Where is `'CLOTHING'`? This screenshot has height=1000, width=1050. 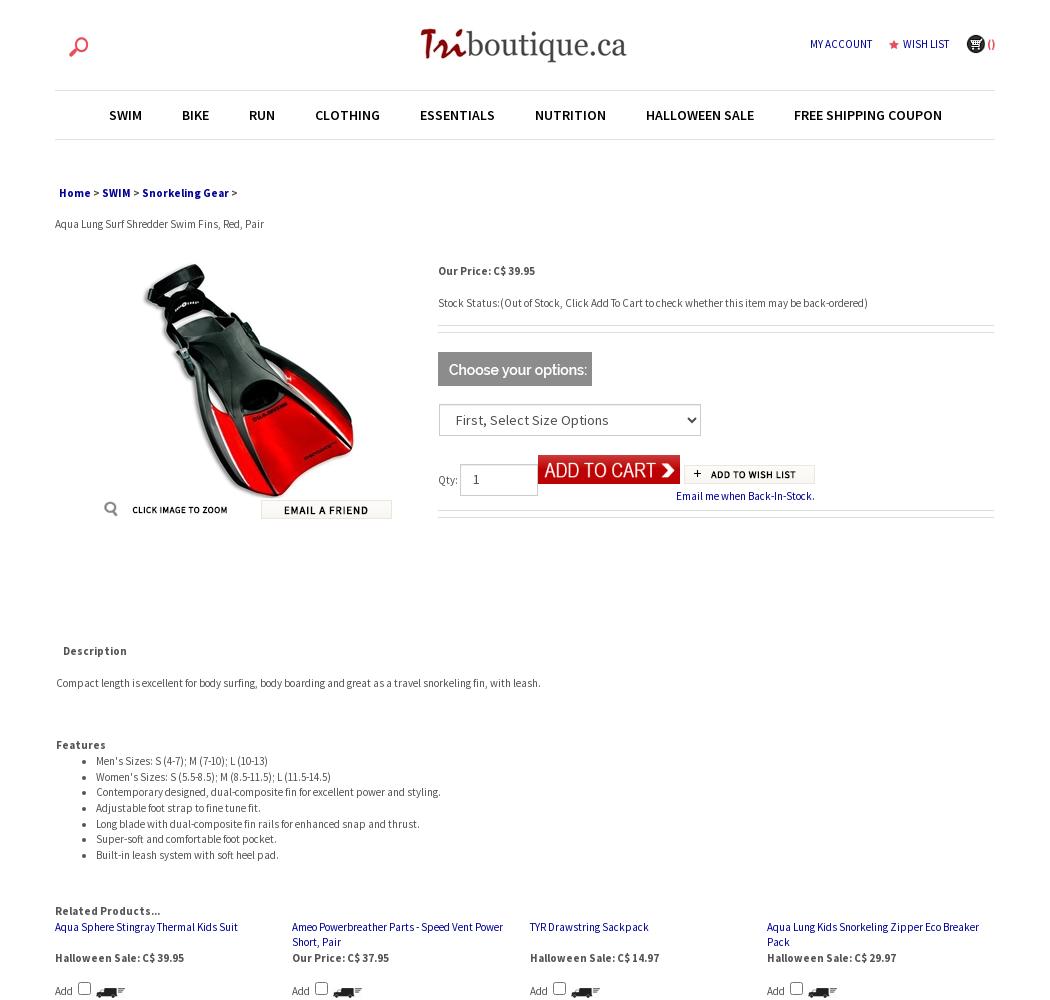
'CLOTHING' is located at coordinates (313, 114).